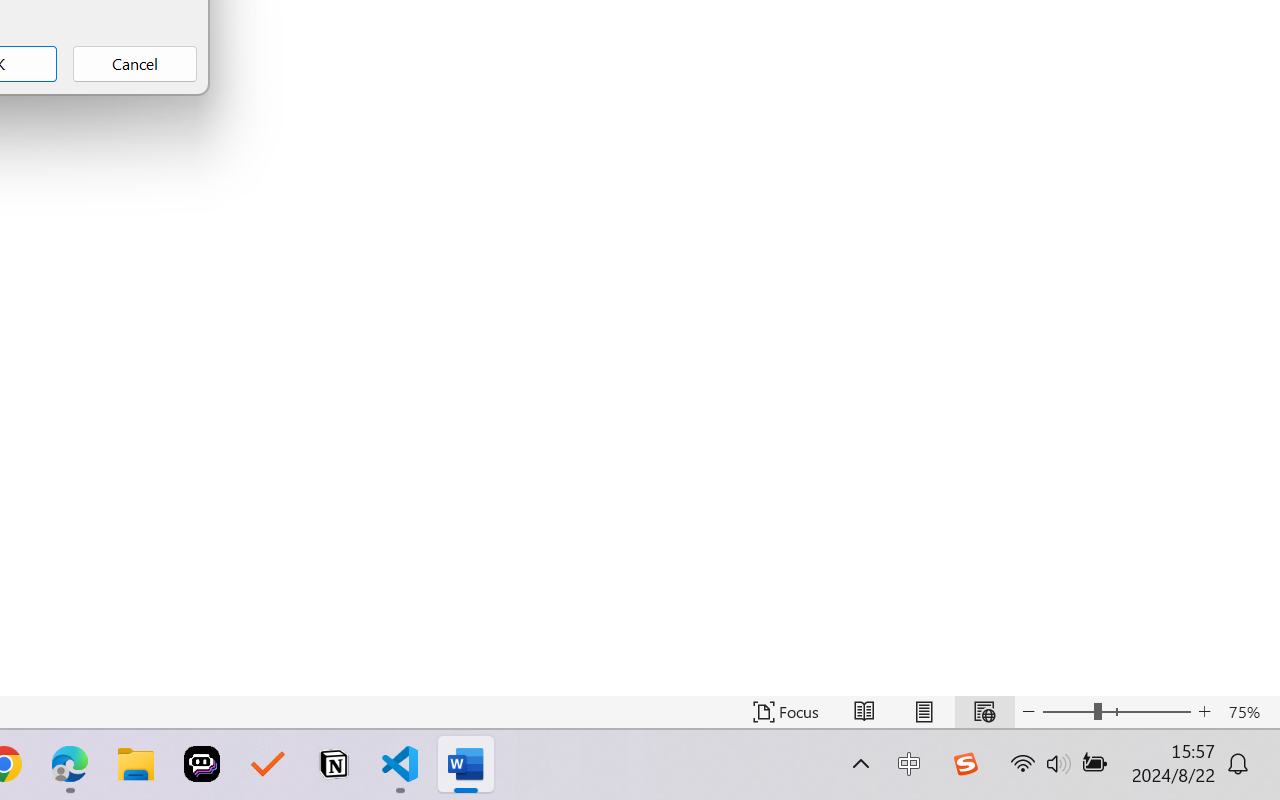 The height and width of the screenshot is (800, 1280). Describe the element at coordinates (984, 711) in the screenshot. I see `'Web Layout'` at that location.